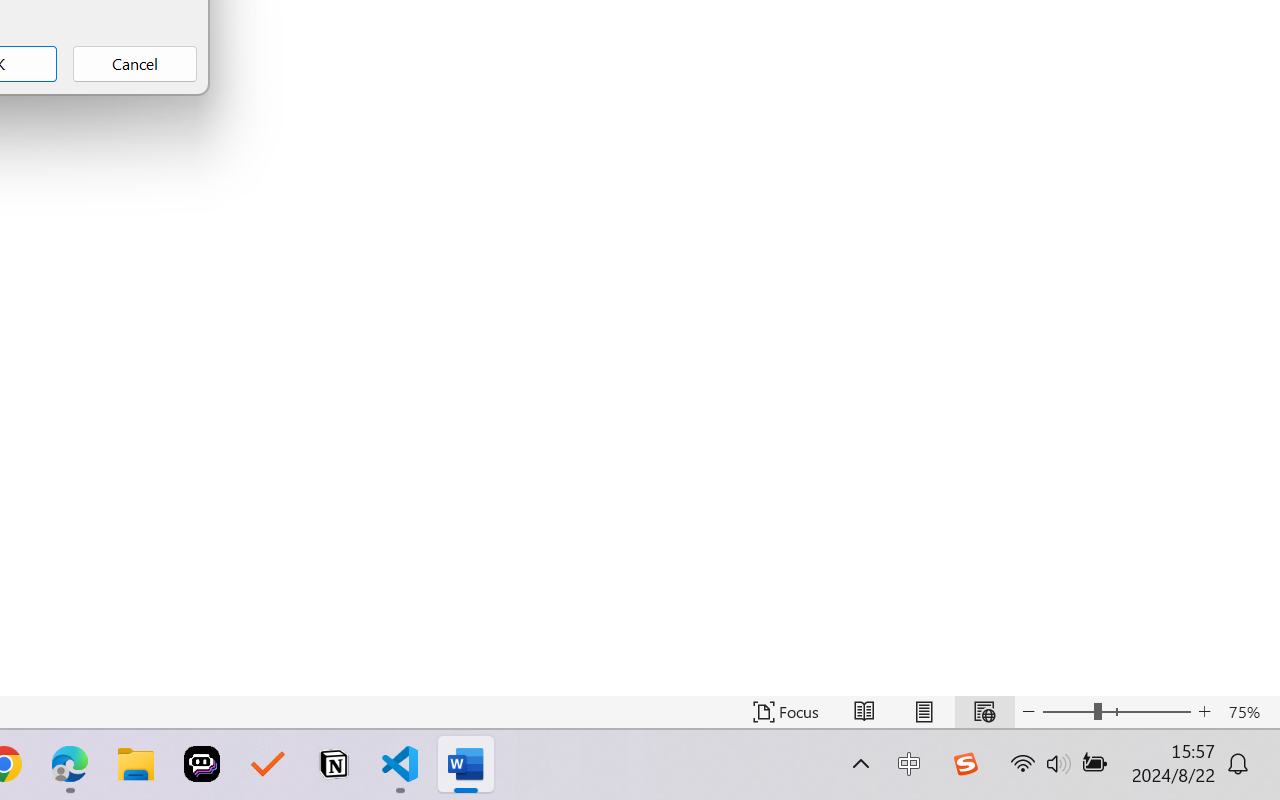 The height and width of the screenshot is (800, 1280). Describe the element at coordinates (984, 711) in the screenshot. I see `'Web Layout'` at that location.